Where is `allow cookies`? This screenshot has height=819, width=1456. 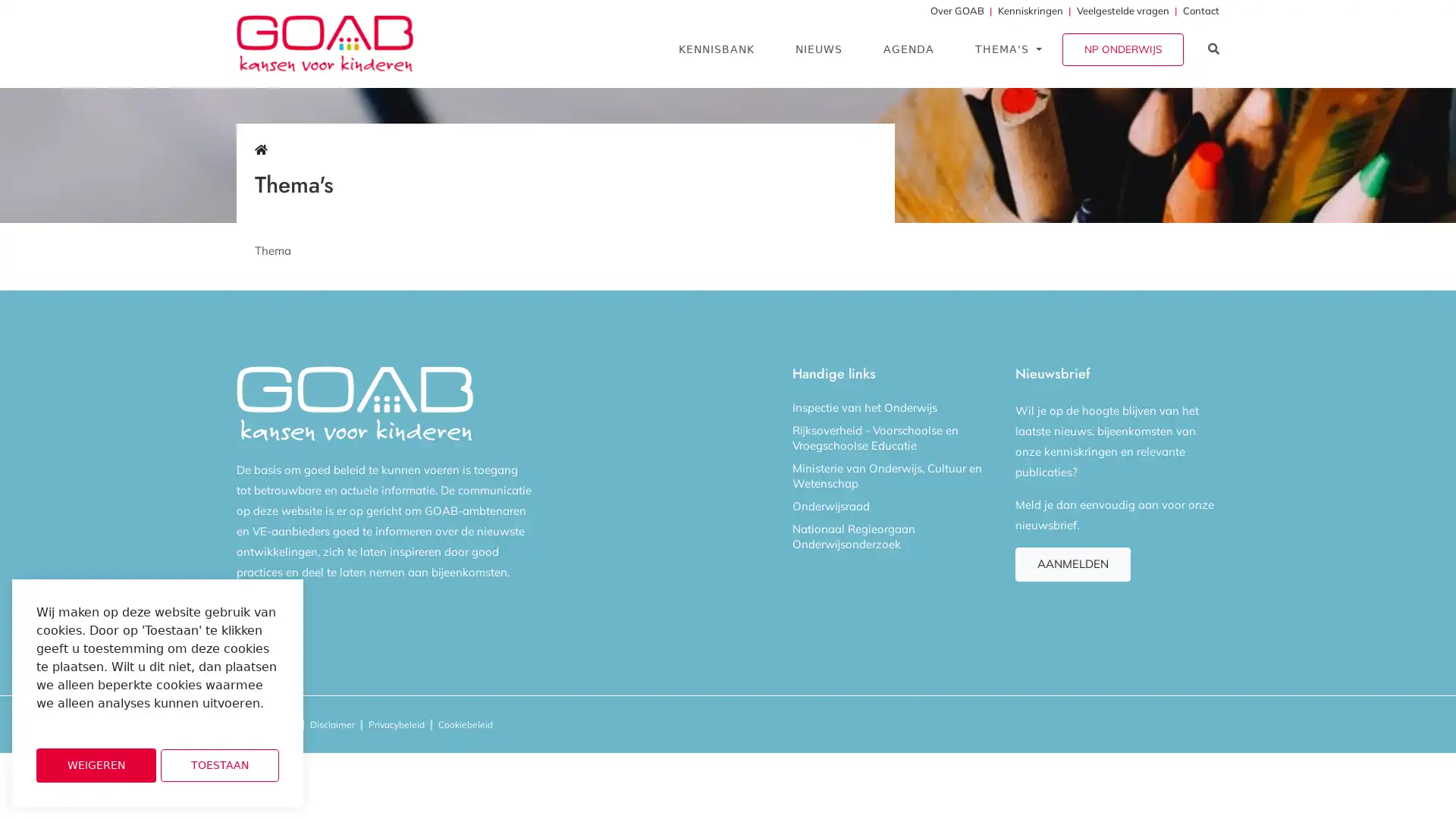
allow cookies is located at coordinates (218, 765).